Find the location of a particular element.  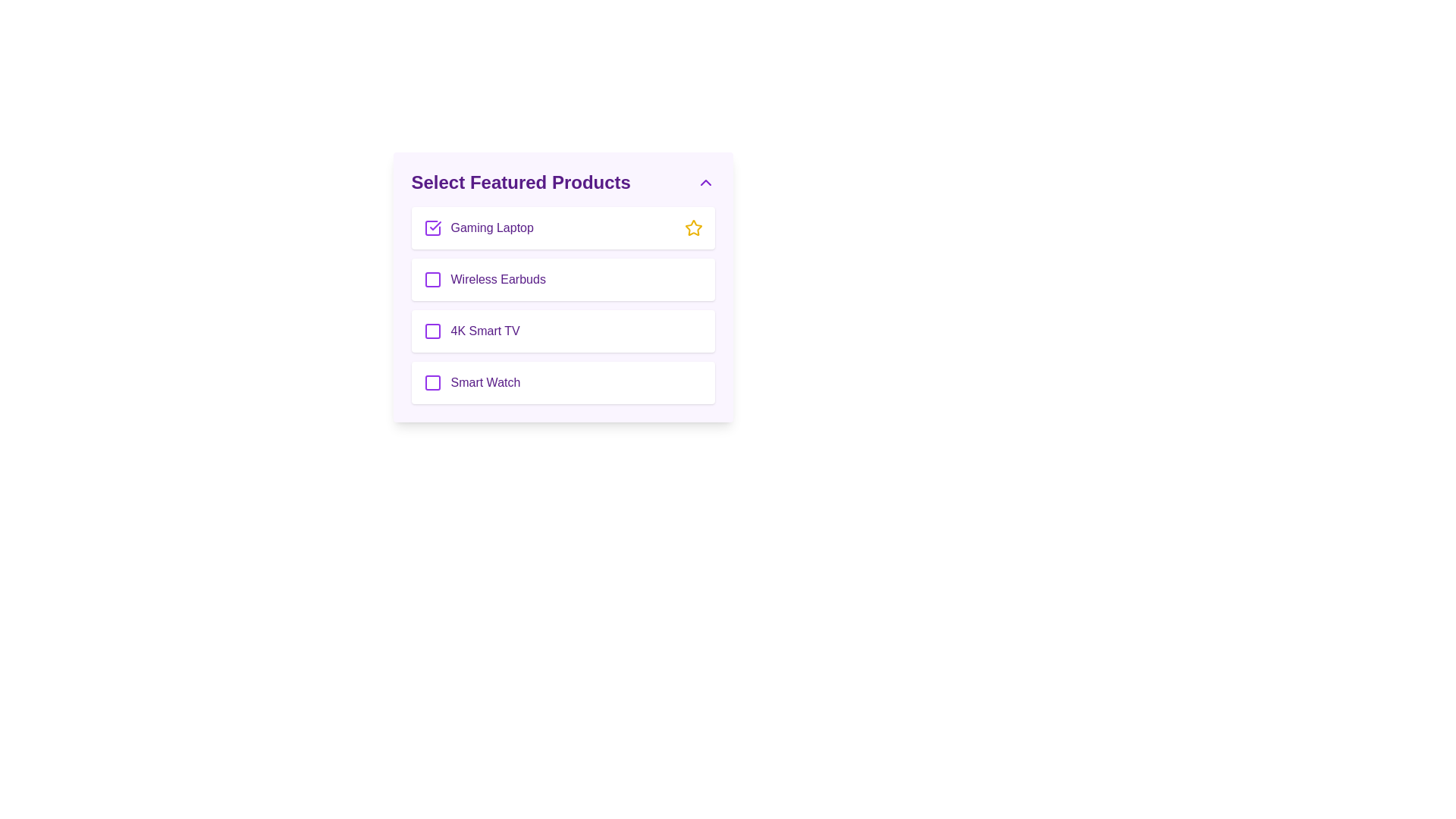

the checkbox labeled 'Smart Watch' is located at coordinates (562, 382).